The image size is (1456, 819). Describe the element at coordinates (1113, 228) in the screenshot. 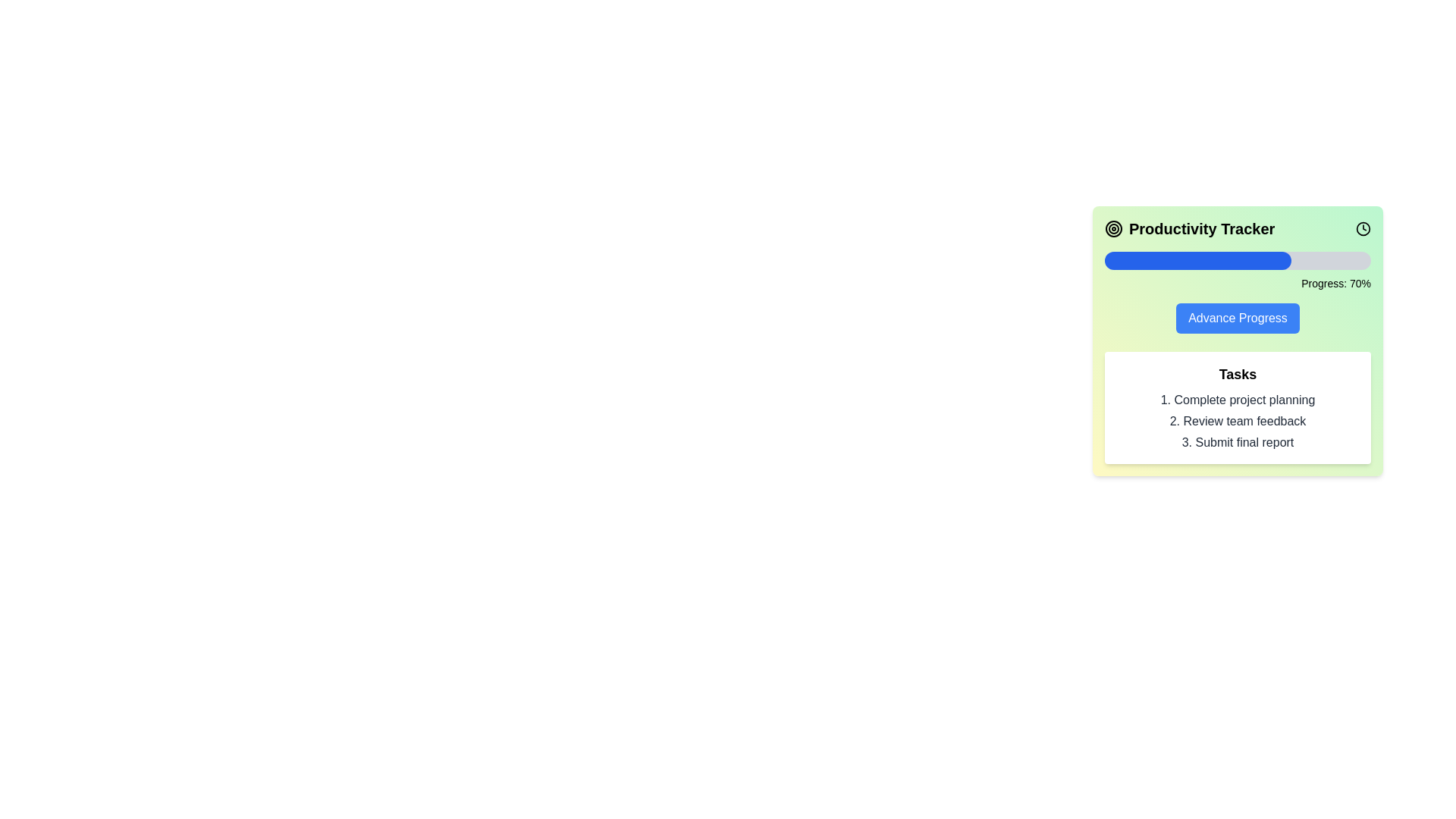

I see `the decorative SVG icon resembling a target located in the header section of the 'Productivity Tracker' card, which is to the immediate left of the text 'Productivity Tracker'` at that location.